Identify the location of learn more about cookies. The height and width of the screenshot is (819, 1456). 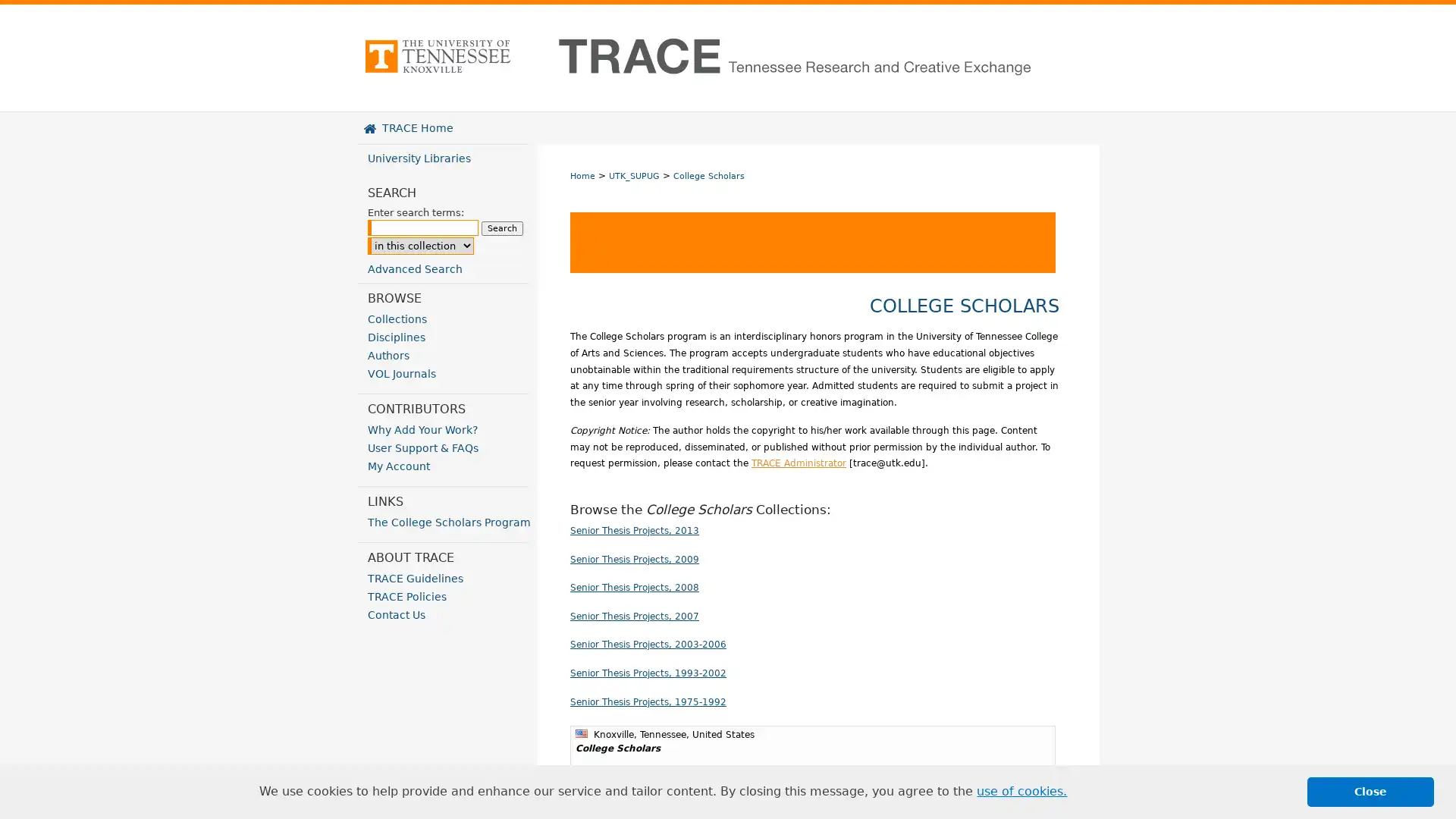
(1021, 791).